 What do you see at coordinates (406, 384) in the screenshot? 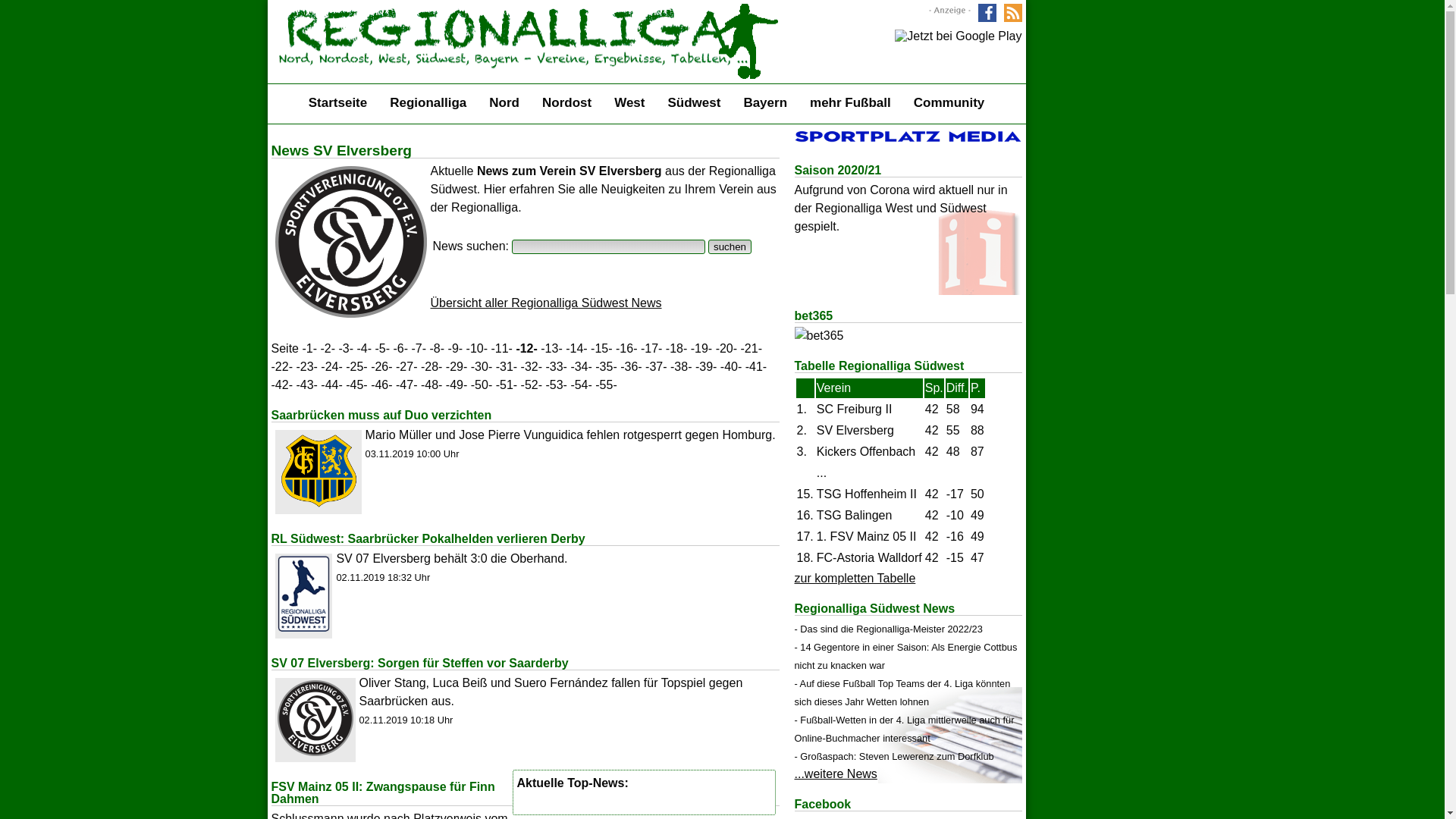
I see `'-47-'` at bounding box center [406, 384].